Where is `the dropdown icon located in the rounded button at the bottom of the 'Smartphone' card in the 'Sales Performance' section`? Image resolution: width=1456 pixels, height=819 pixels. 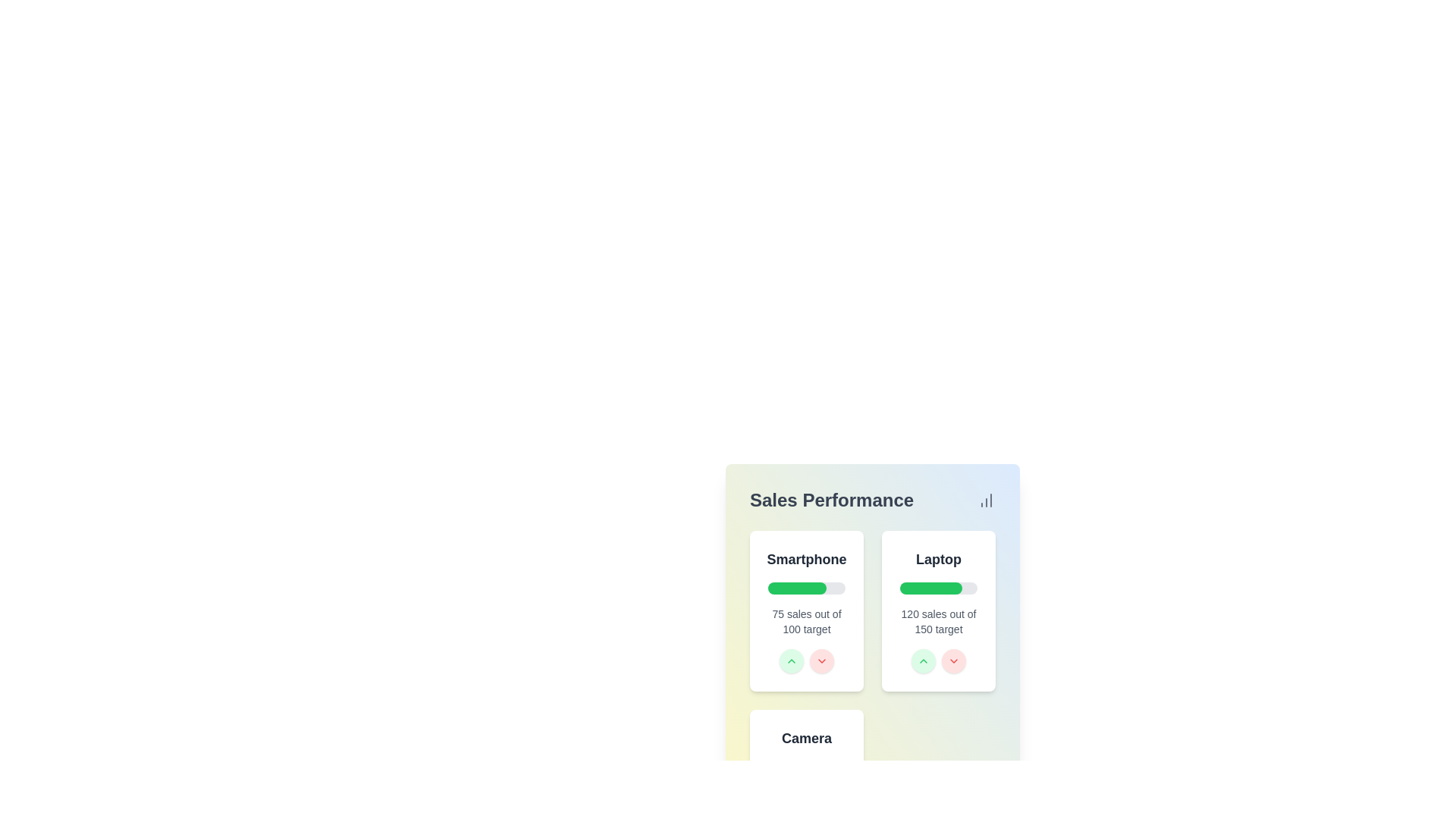 the dropdown icon located in the rounded button at the bottom of the 'Smartphone' card in the 'Sales Performance' section is located at coordinates (821, 660).